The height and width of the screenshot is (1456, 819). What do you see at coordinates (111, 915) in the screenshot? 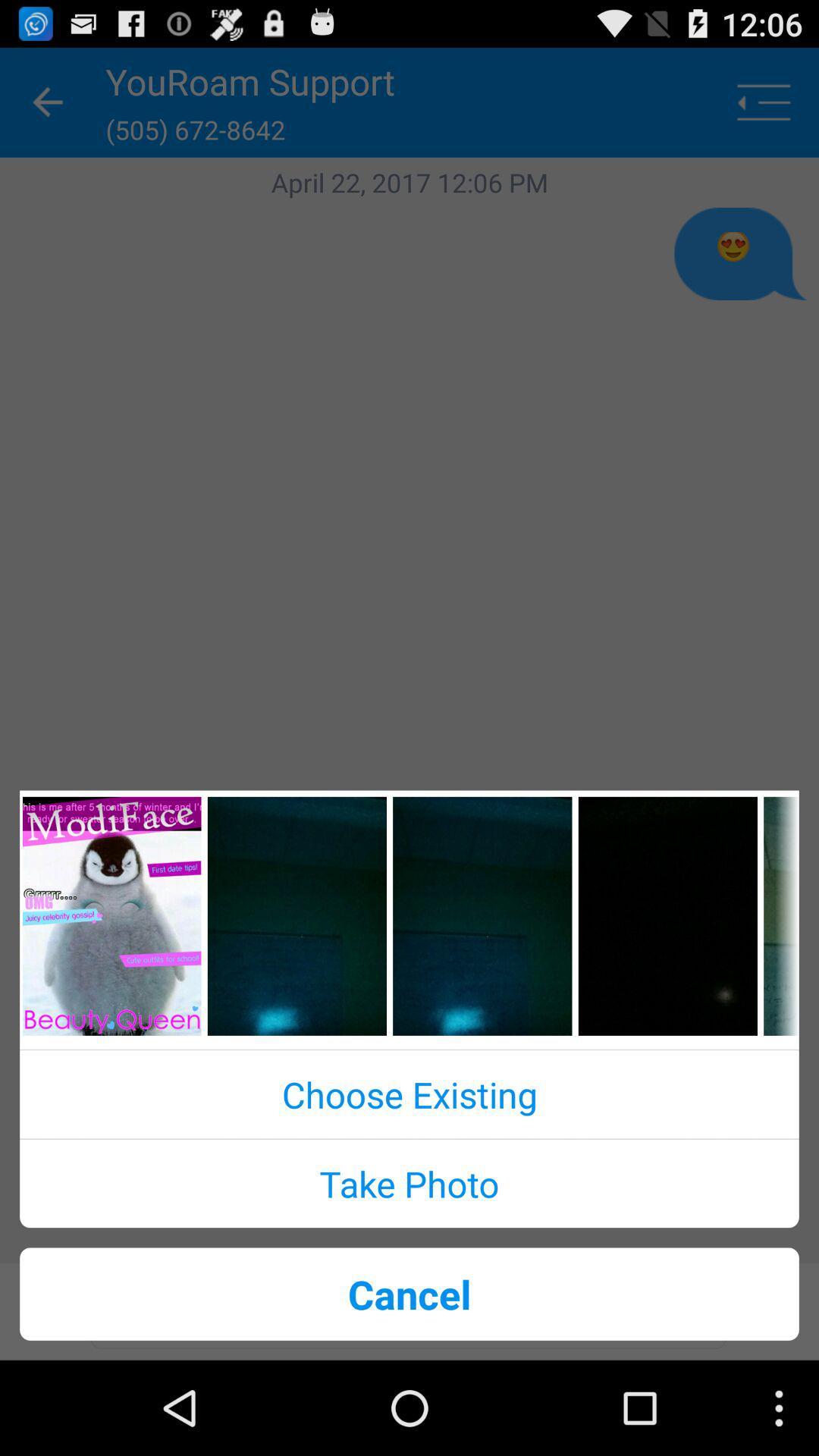
I see `photo` at bounding box center [111, 915].